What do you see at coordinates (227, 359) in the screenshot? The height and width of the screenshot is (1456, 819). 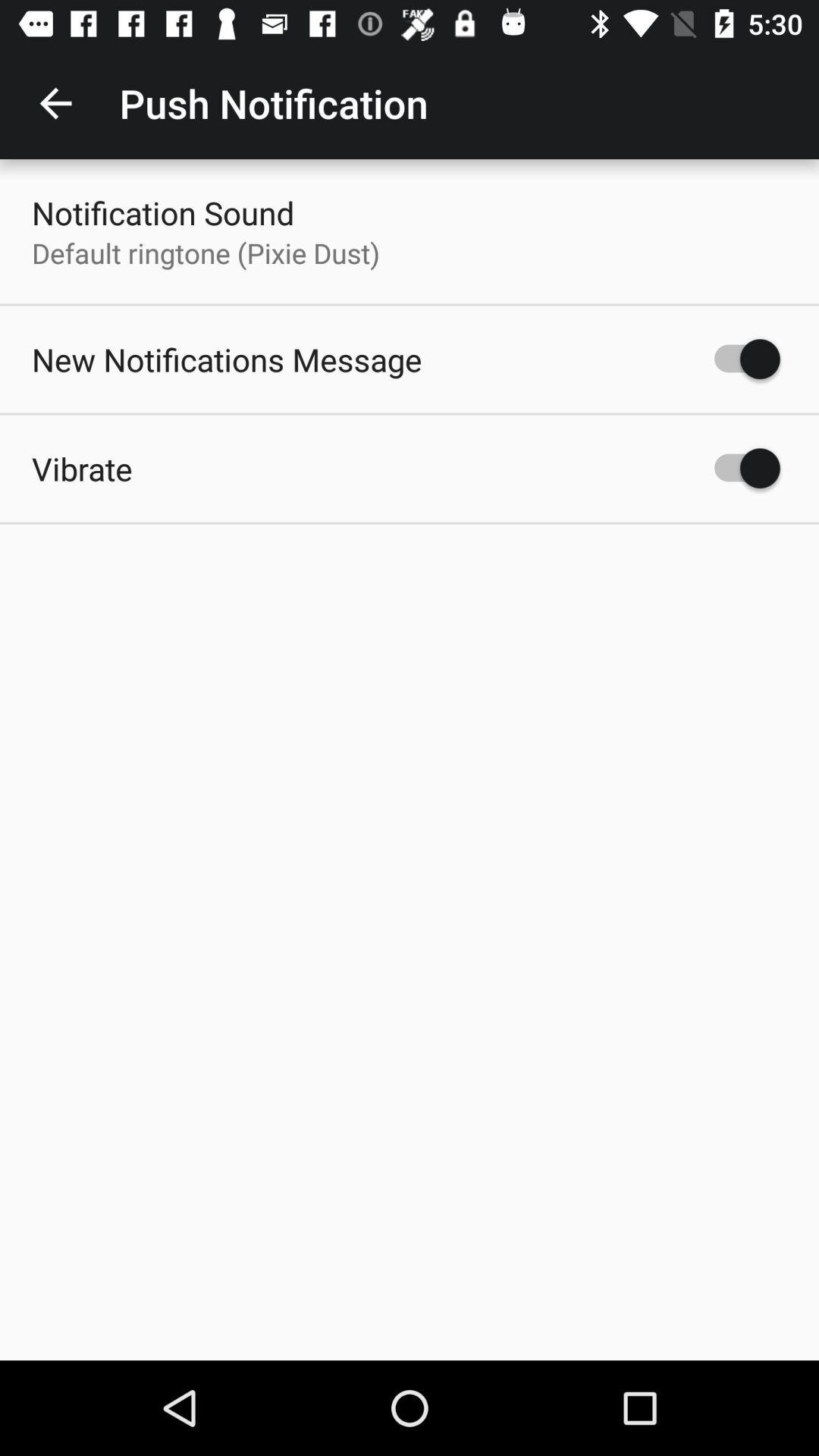 I see `new notifications message icon` at bounding box center [227, 359].